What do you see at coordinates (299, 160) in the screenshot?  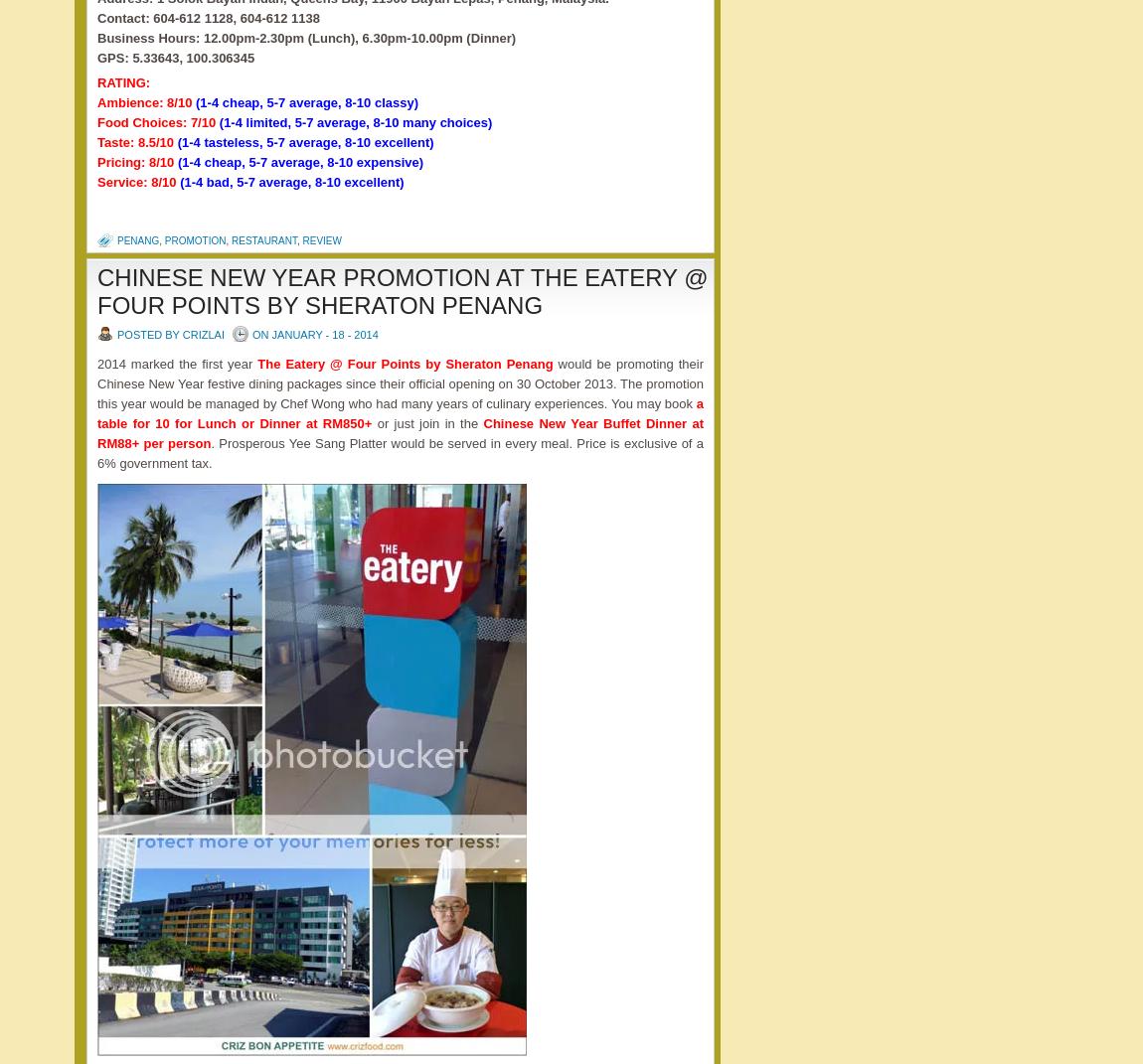 I see `'(1-4 cheap, 5-7 average, 8-10 expensive)'` at bounding box center [299, 160].